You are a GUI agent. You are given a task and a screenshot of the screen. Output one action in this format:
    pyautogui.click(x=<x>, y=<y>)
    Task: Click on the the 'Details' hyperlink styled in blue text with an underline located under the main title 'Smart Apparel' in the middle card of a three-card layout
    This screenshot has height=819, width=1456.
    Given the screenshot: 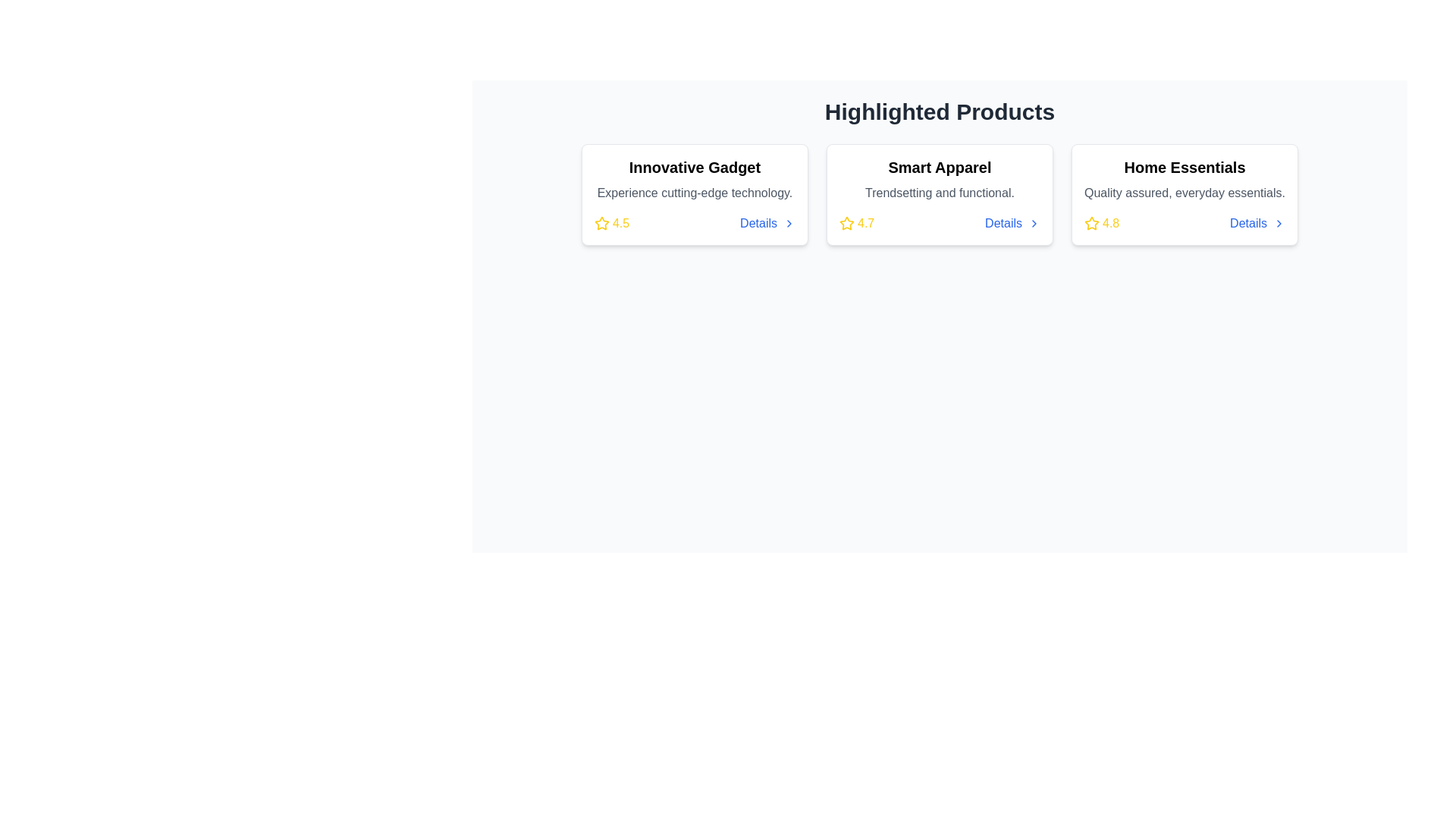 What is the action you would take?
    pyautogui.click(x=1003, y=223)
    